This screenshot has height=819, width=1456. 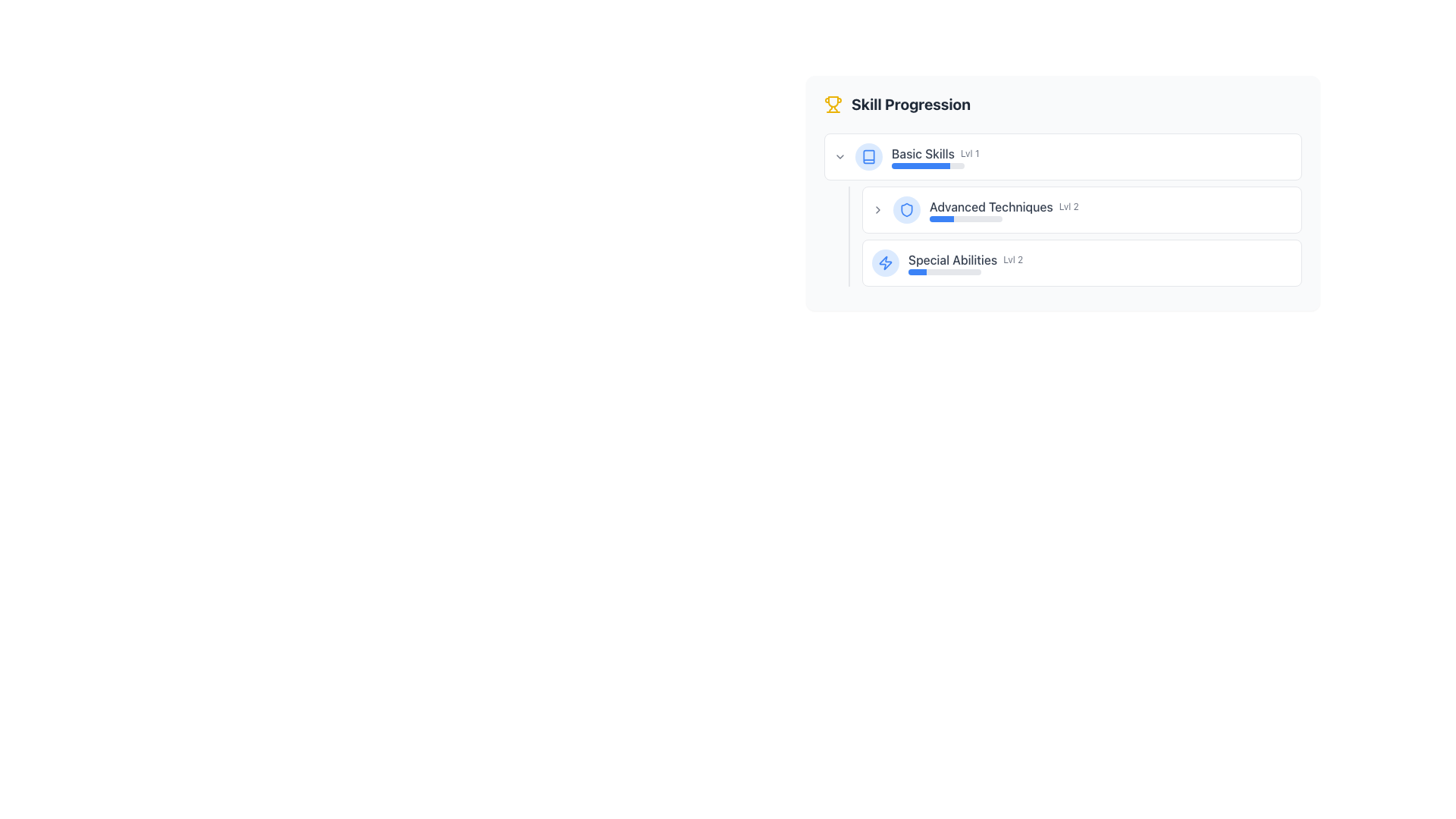 What do you see at coordinates (965, 219) in the screenshot?
I see `the progress bar located directly below the 'Advanced Techniques Lvl 2' text in the 'Advanced Techniques' section` at bounding box center [965, 219].